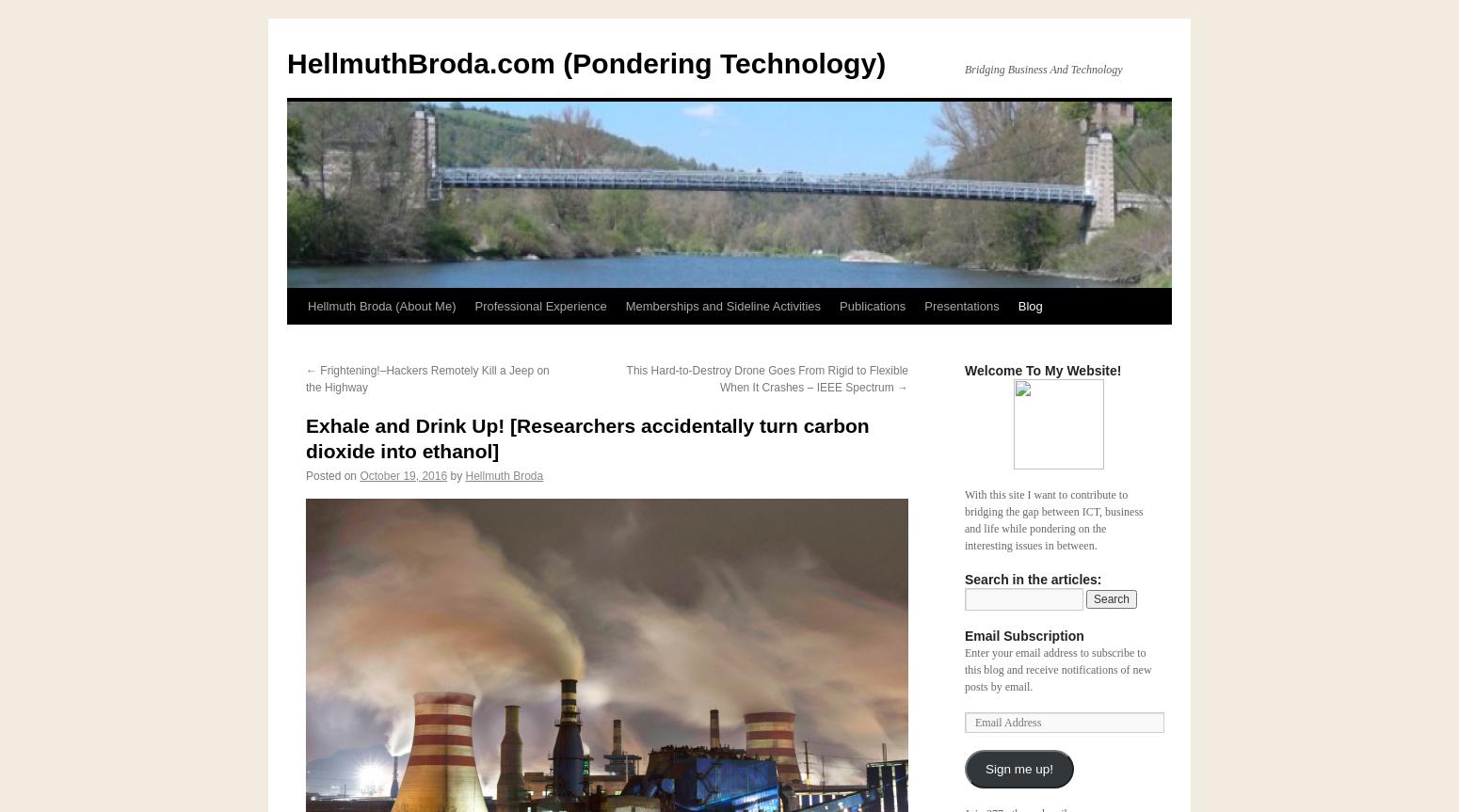 The height and width of the screenshot is (812, 1459). I want to click on 'Welcome To My Website!', so click(1041, 370).